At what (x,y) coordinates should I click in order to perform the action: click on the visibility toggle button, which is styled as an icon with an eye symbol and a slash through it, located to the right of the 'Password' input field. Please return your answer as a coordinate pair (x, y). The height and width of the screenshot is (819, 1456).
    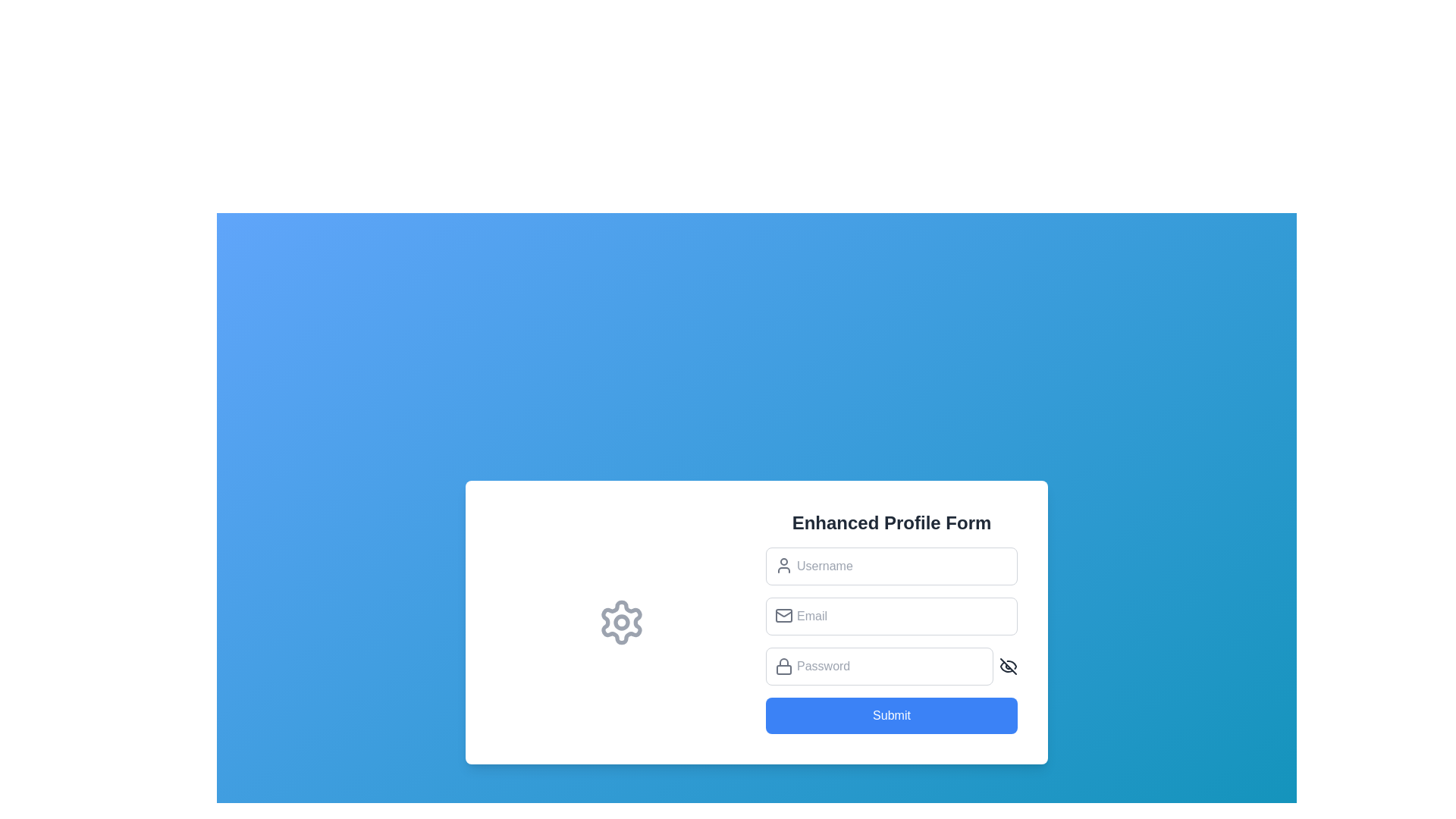
    Looking at the image, I should click on (1008, 666).